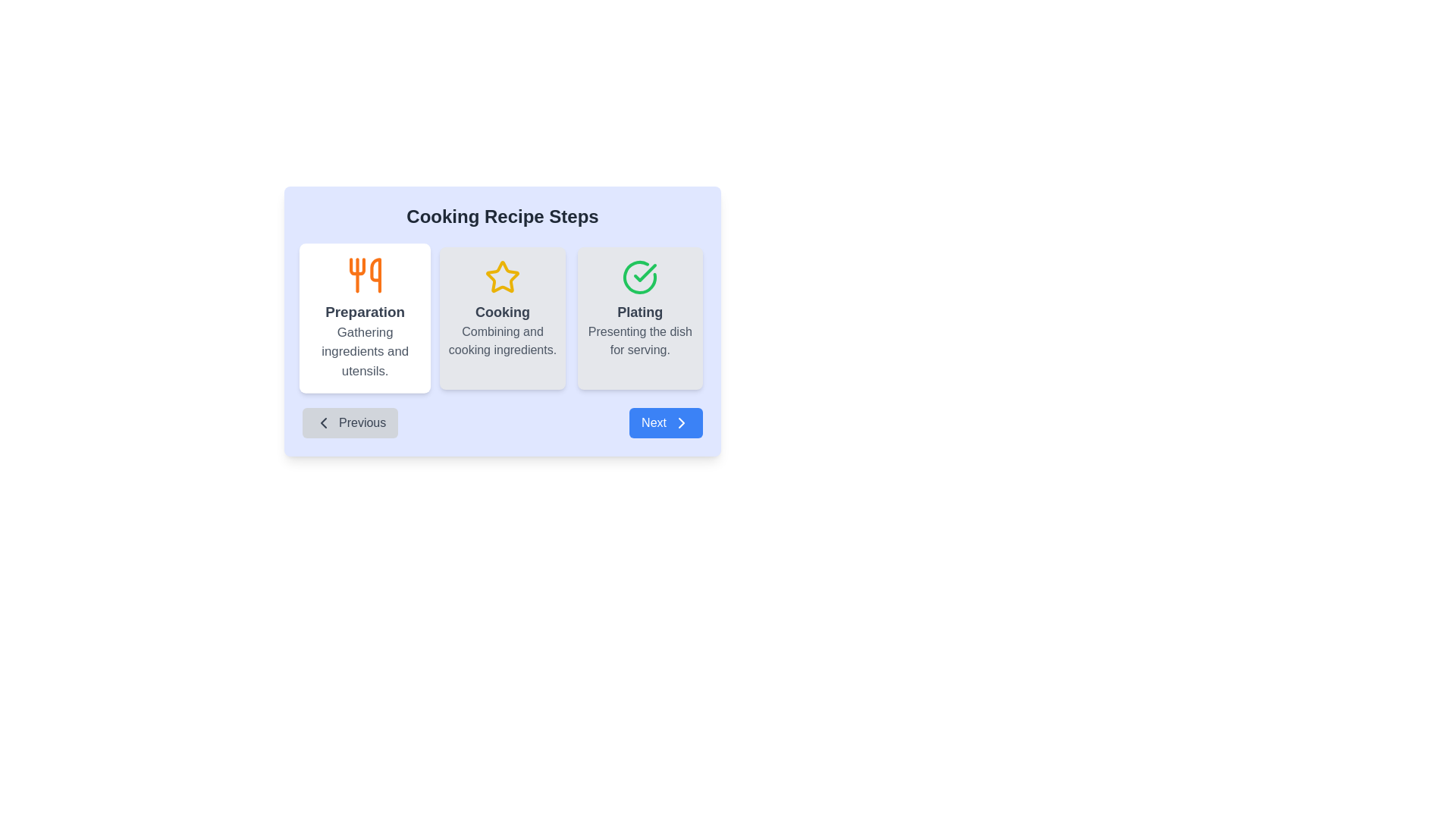 This screenshot has width=1456, height=819. Describe the element at coordinates (502, 278) in the screenshot. I see `the yellow star-shaped icon with a hollow center that is located above the text 'Cooking' in the center card of three horizontal cards` at that location.